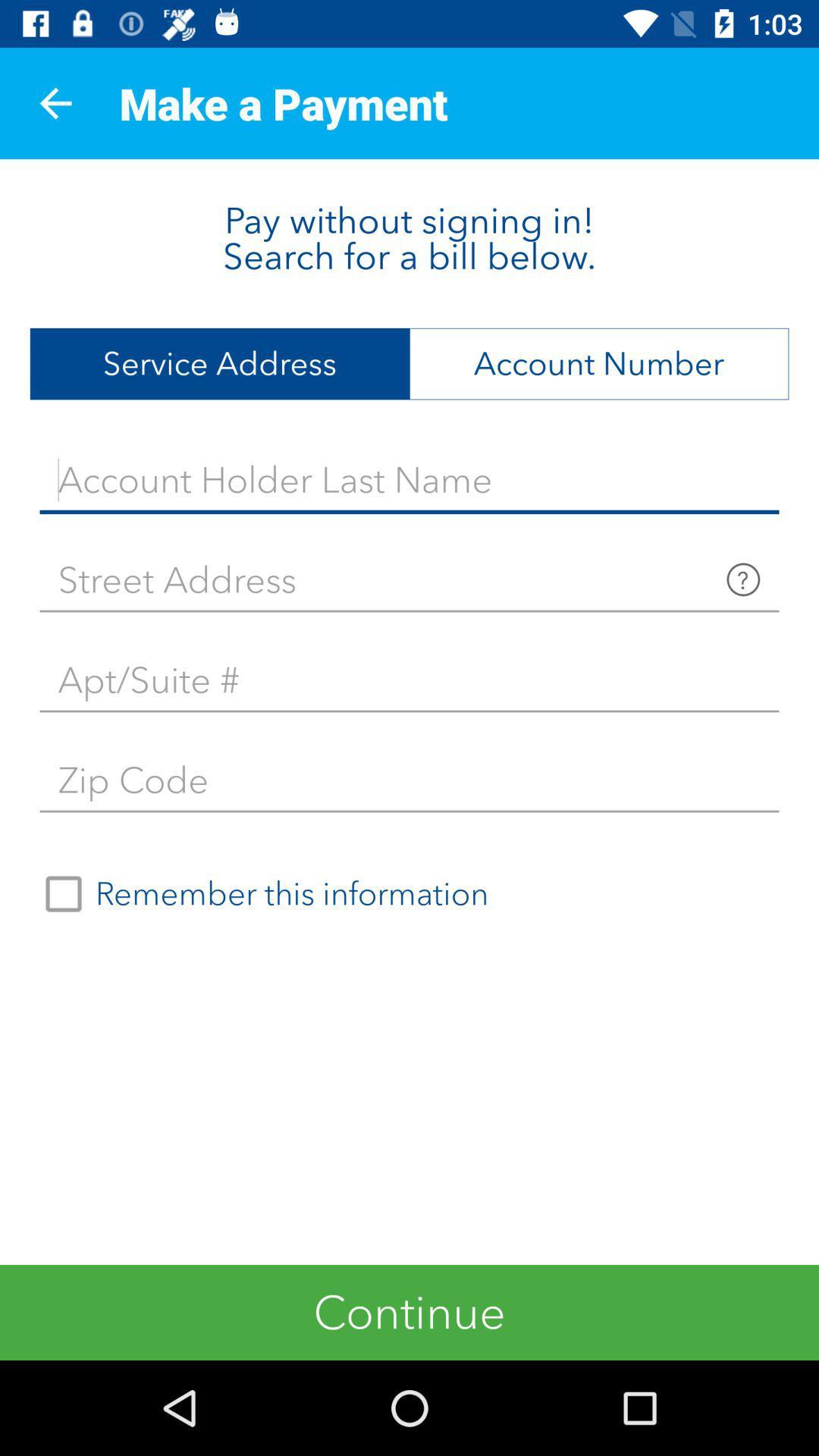 This screenshot has height=1456, width=819. I want to click on the service address icon, so click(219, 364).